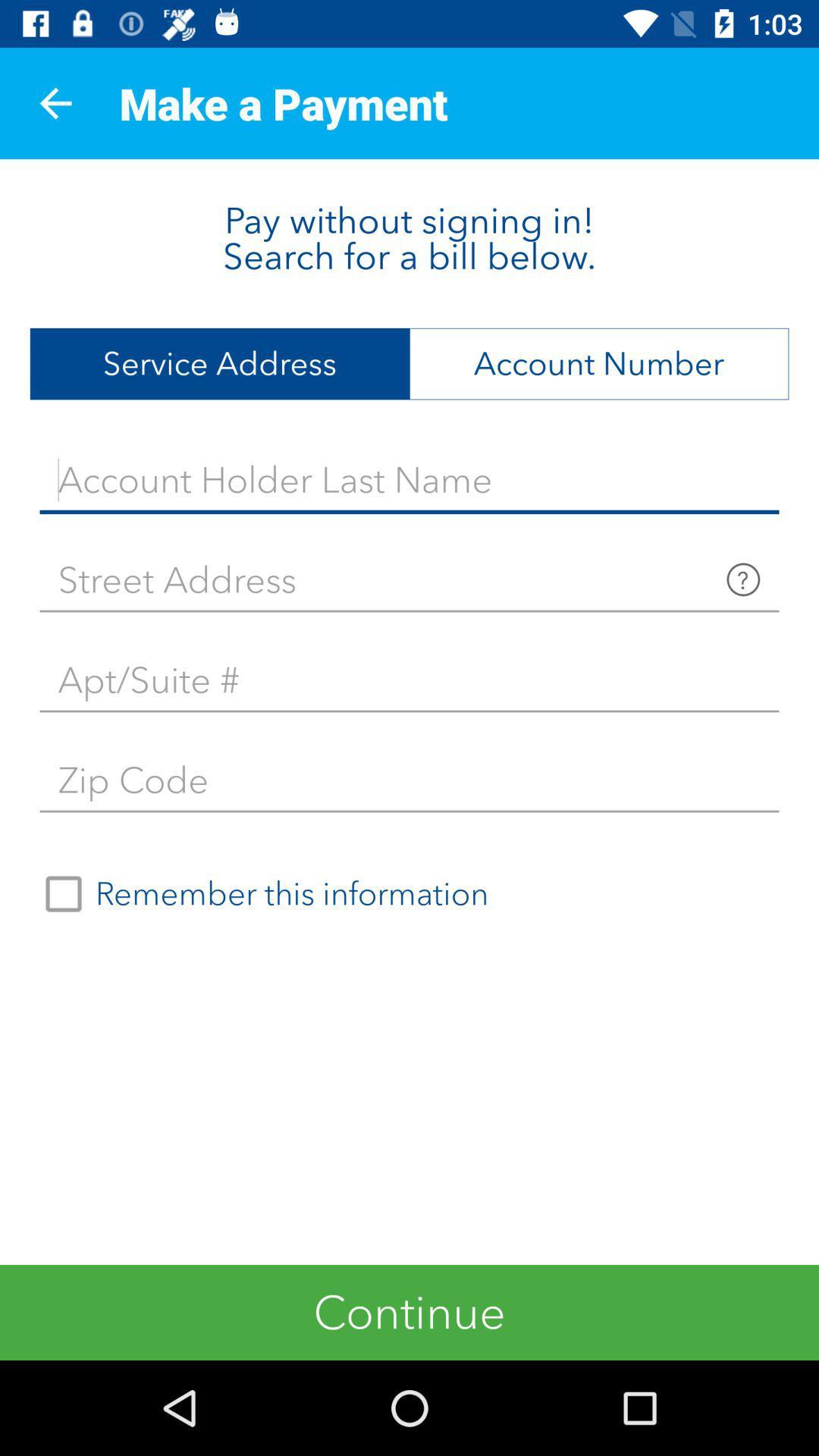 This screenshot has height=1456, width=819. I want to click on the service address icon, so click(219, 364).